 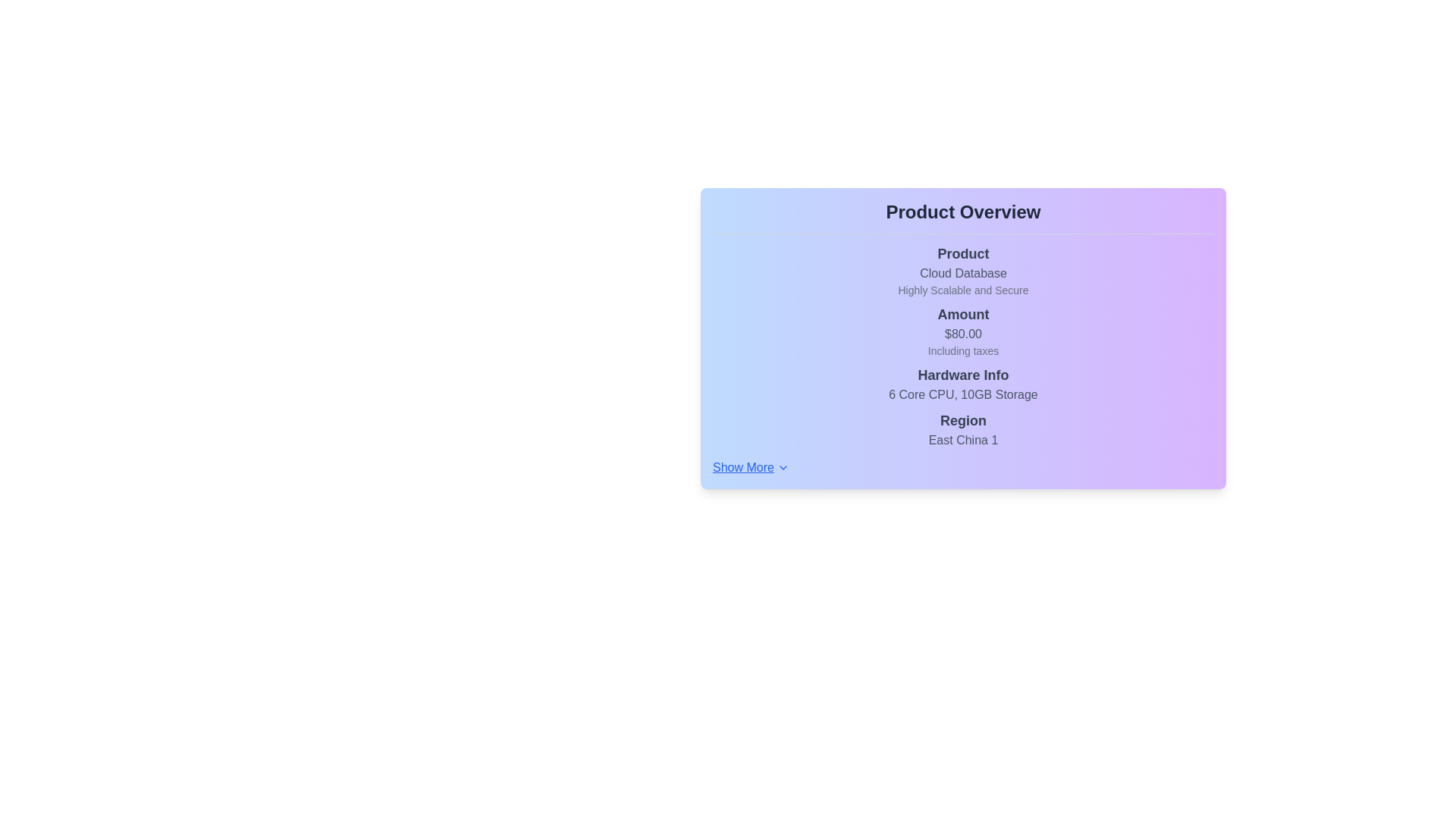 What do you see at coordinates (962, 333) in the screenshot?
I see `the Text display that indicates the monetary value associated with the product or service, located below 'Amount' and above 'Including taxes'` at bounding box center [962, 333].